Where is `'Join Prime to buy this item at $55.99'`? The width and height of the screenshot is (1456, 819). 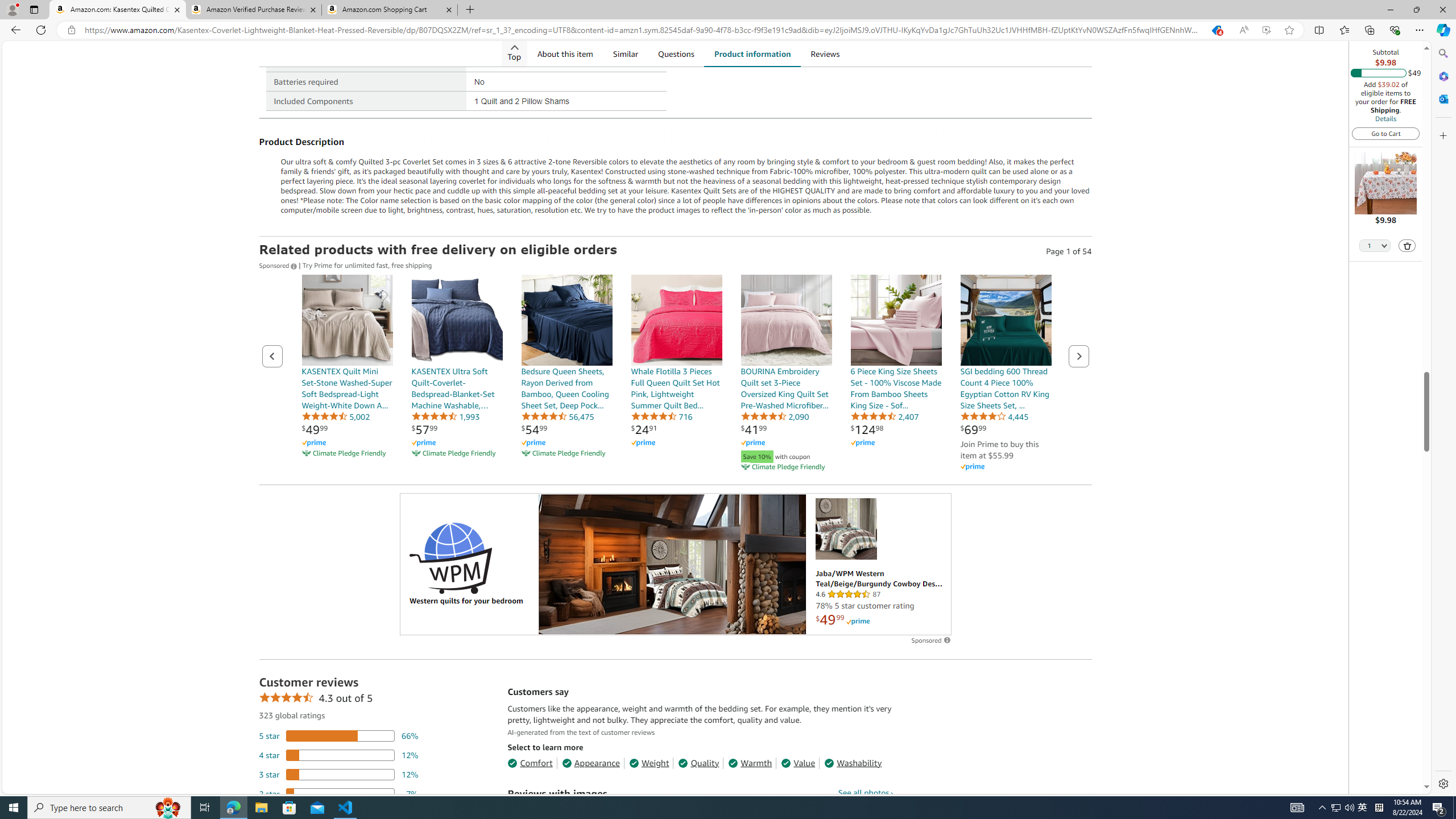
'Join Prime to buy this item at $55.99' is located at coordinates (999, 448).